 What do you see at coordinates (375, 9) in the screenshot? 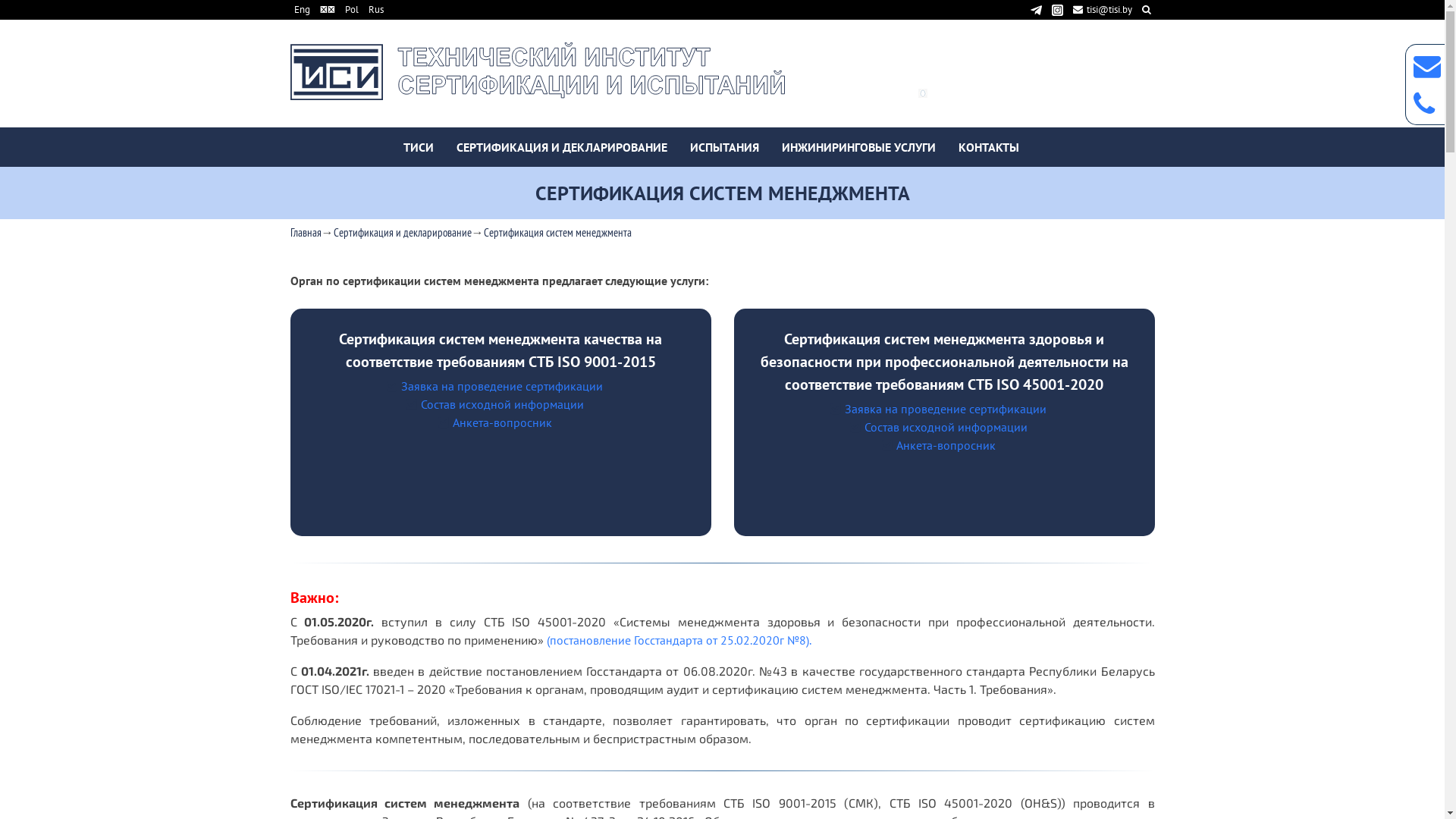
I see `'Rus'` at bounding box center [375, 9].